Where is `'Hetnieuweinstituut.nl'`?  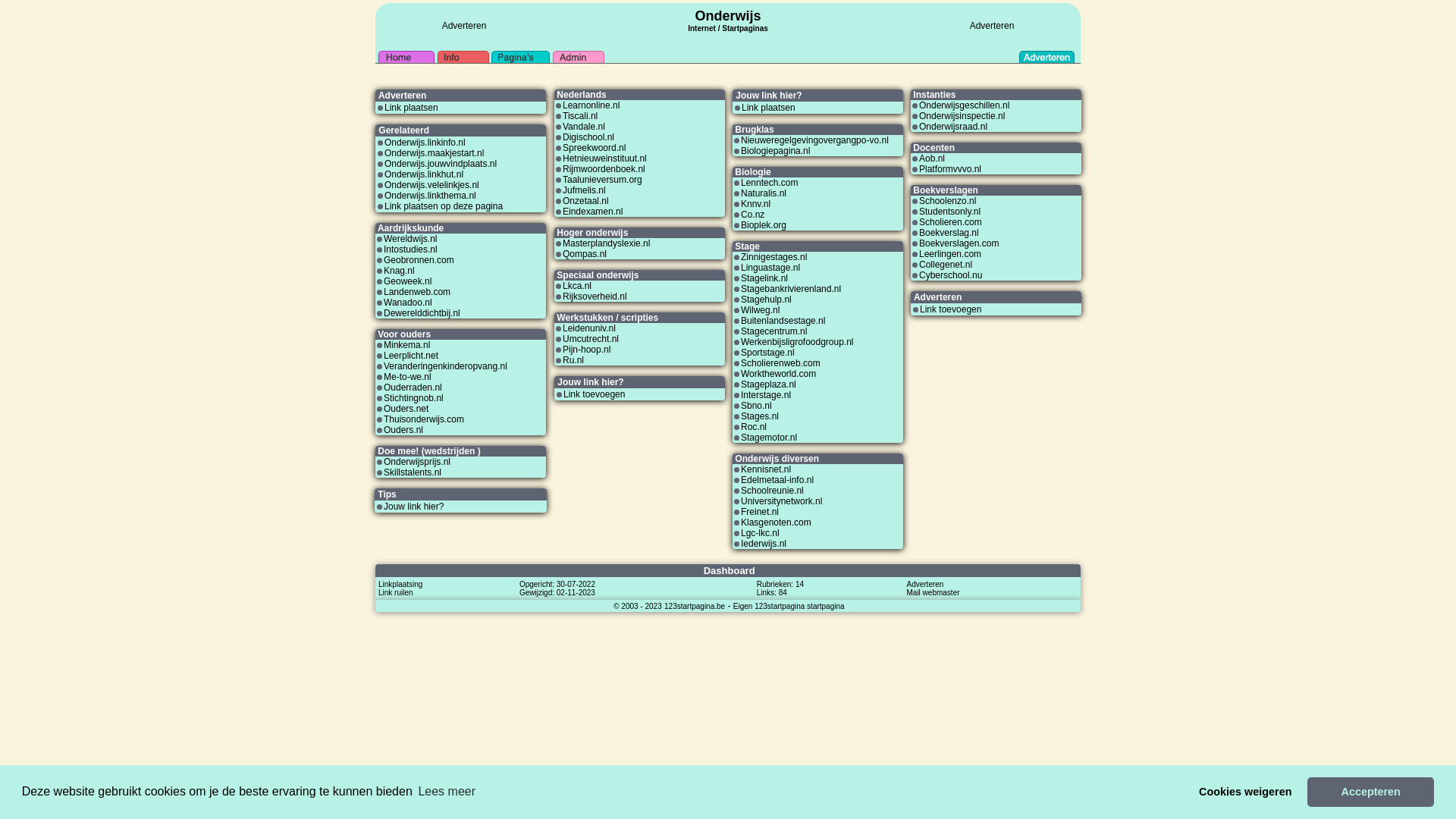
'Hetnieuweinstituut.nl' is located at coordinates (604, 158).